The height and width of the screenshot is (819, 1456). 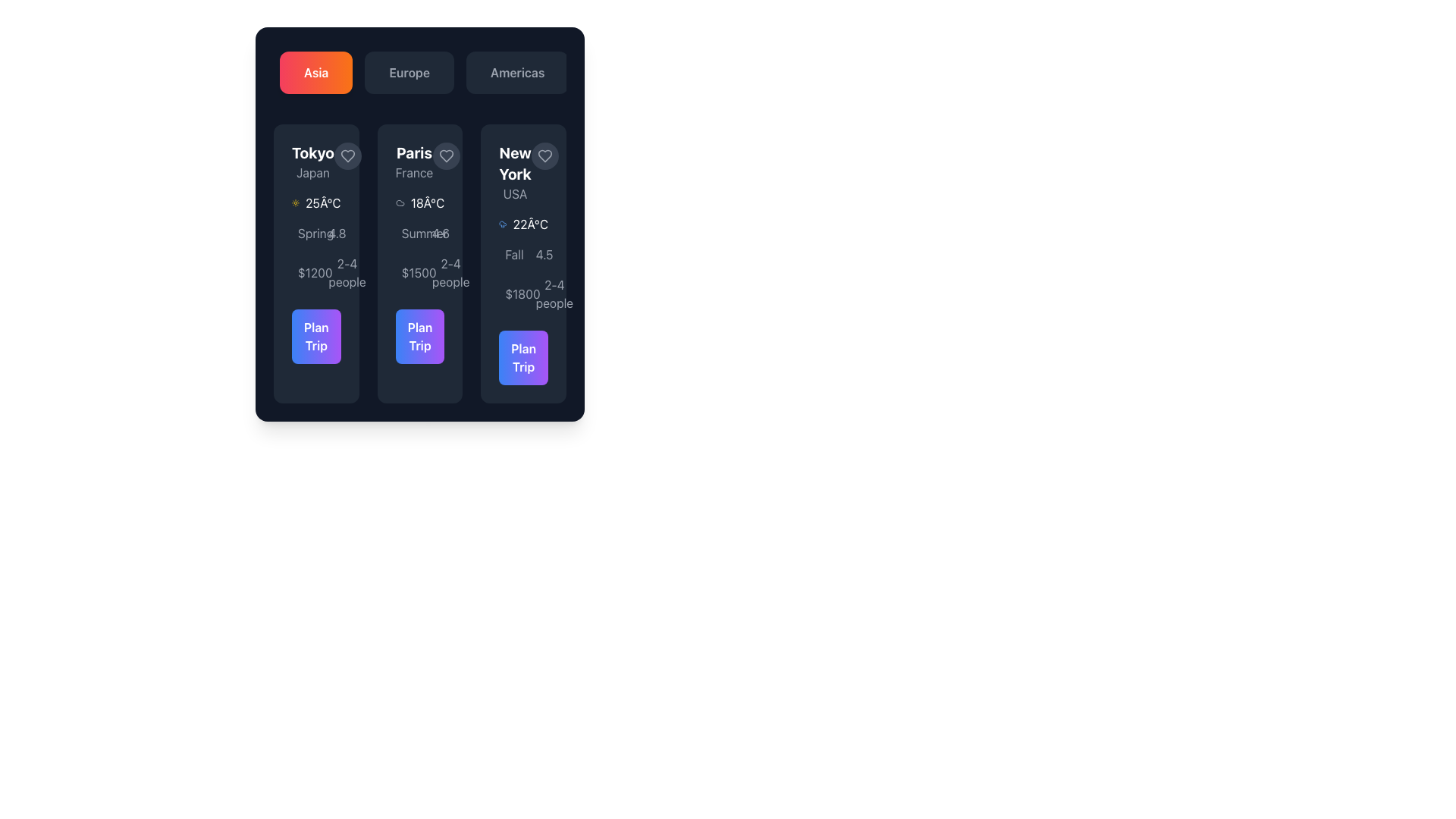 I want to click on the label displaying 'Paris' in bold white font, which is located in the top section of the second travel destination card, so click(x=414, y=162).